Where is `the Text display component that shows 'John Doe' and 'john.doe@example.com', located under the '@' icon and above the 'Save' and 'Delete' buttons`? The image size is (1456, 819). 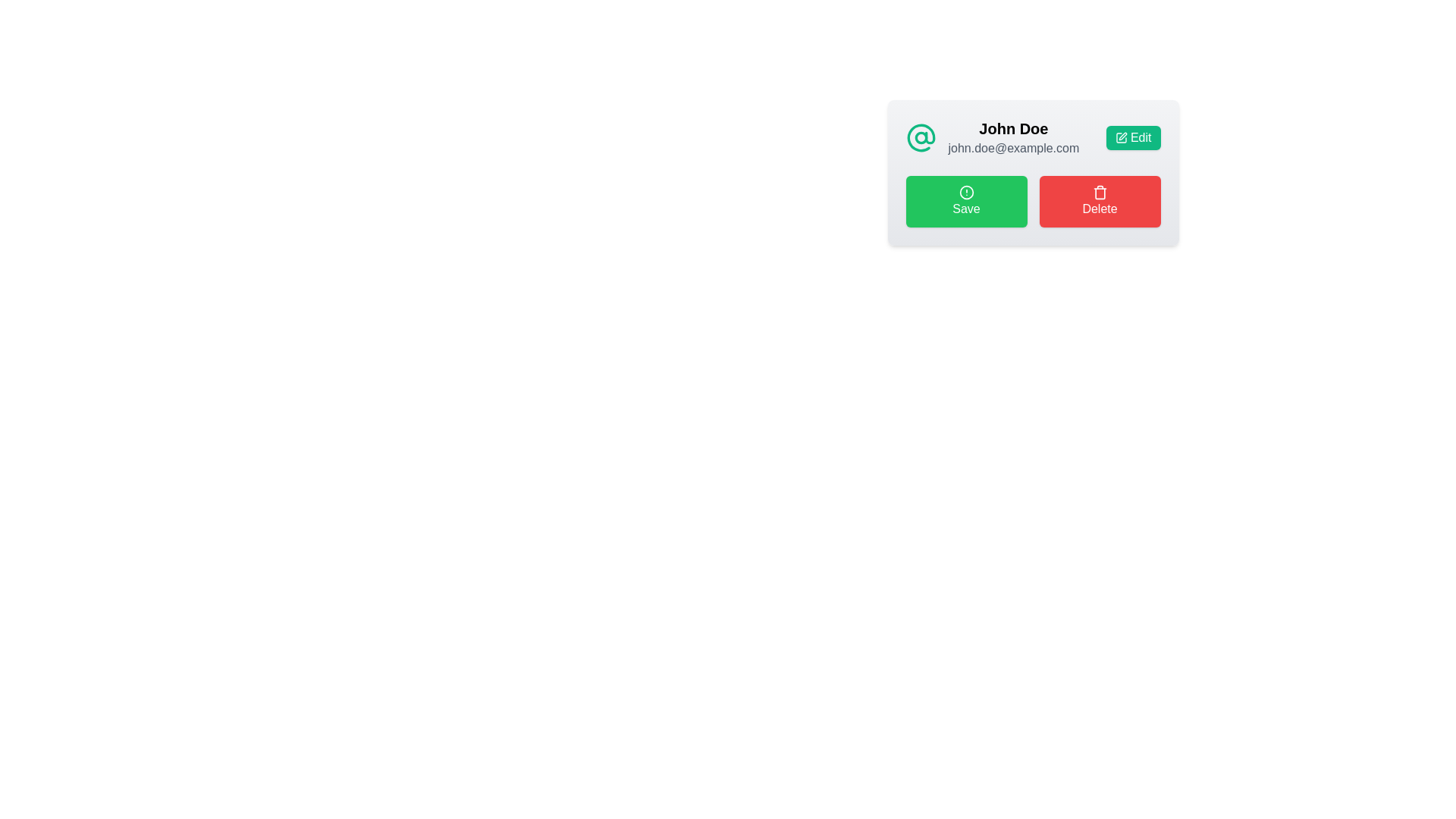
the Text display component that shows 'John Doe' and 'john.doe@example.com', located under the '@' icon and above the 'Save' and 'Delete' buttons is located at coordinates (1013, 137).